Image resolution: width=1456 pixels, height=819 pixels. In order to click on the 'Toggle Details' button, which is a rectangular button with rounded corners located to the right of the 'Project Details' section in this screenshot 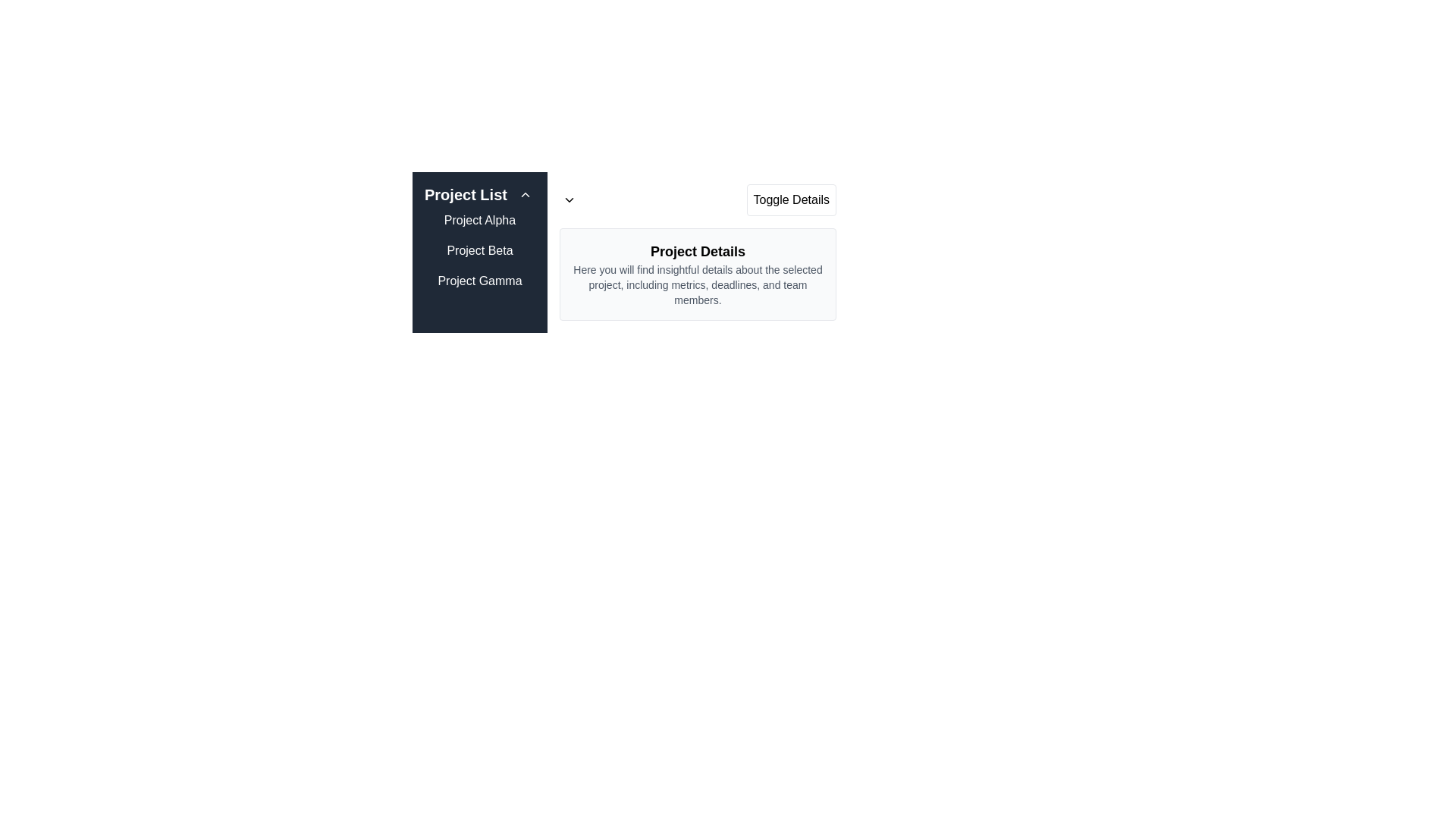, I will do `click(790, 199)`.